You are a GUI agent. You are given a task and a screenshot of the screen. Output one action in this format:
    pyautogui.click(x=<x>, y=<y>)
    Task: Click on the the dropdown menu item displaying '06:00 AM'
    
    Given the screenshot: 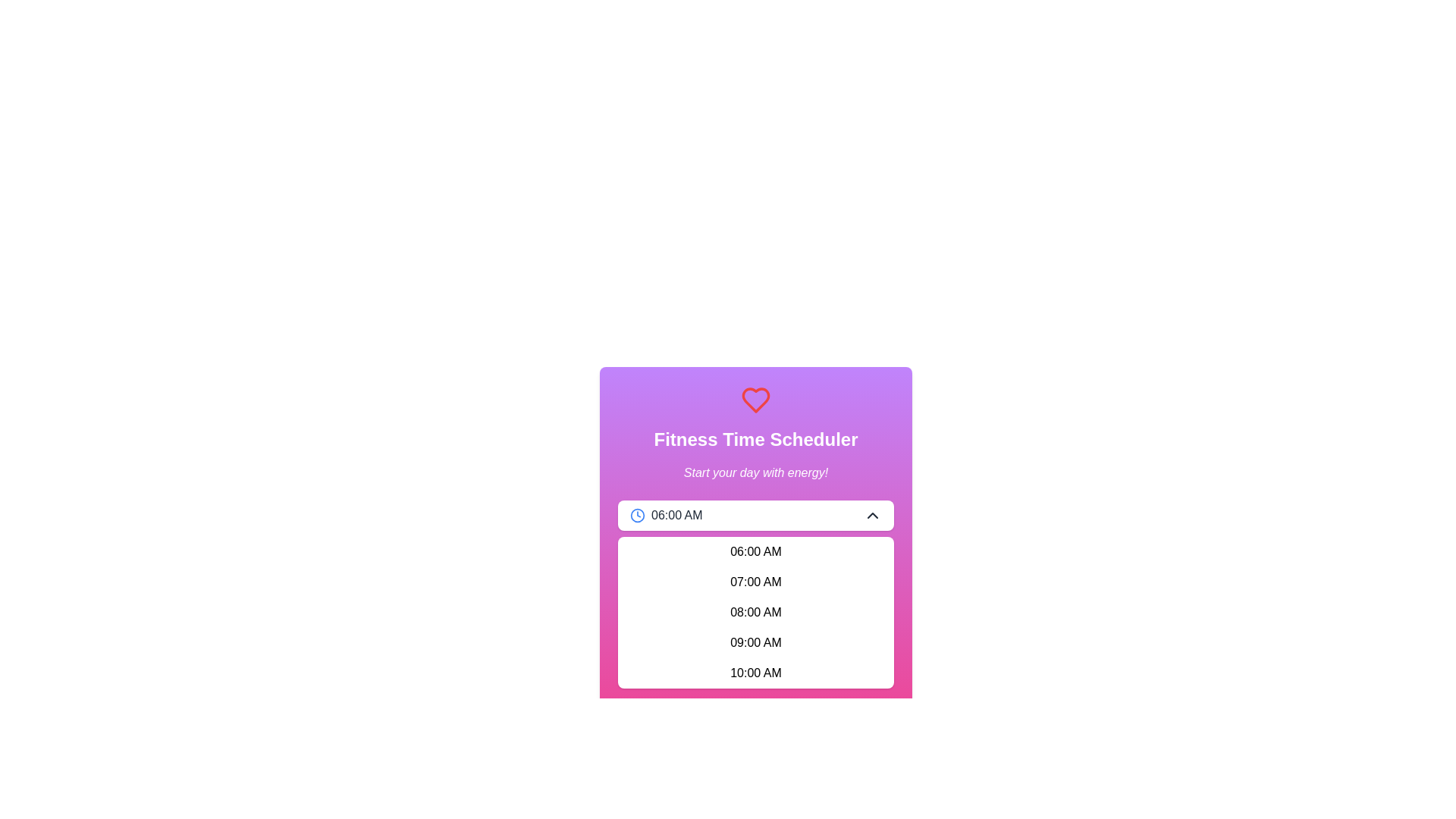 What is the action you would take?
    pyautogui.click(x=756, y=552)
    